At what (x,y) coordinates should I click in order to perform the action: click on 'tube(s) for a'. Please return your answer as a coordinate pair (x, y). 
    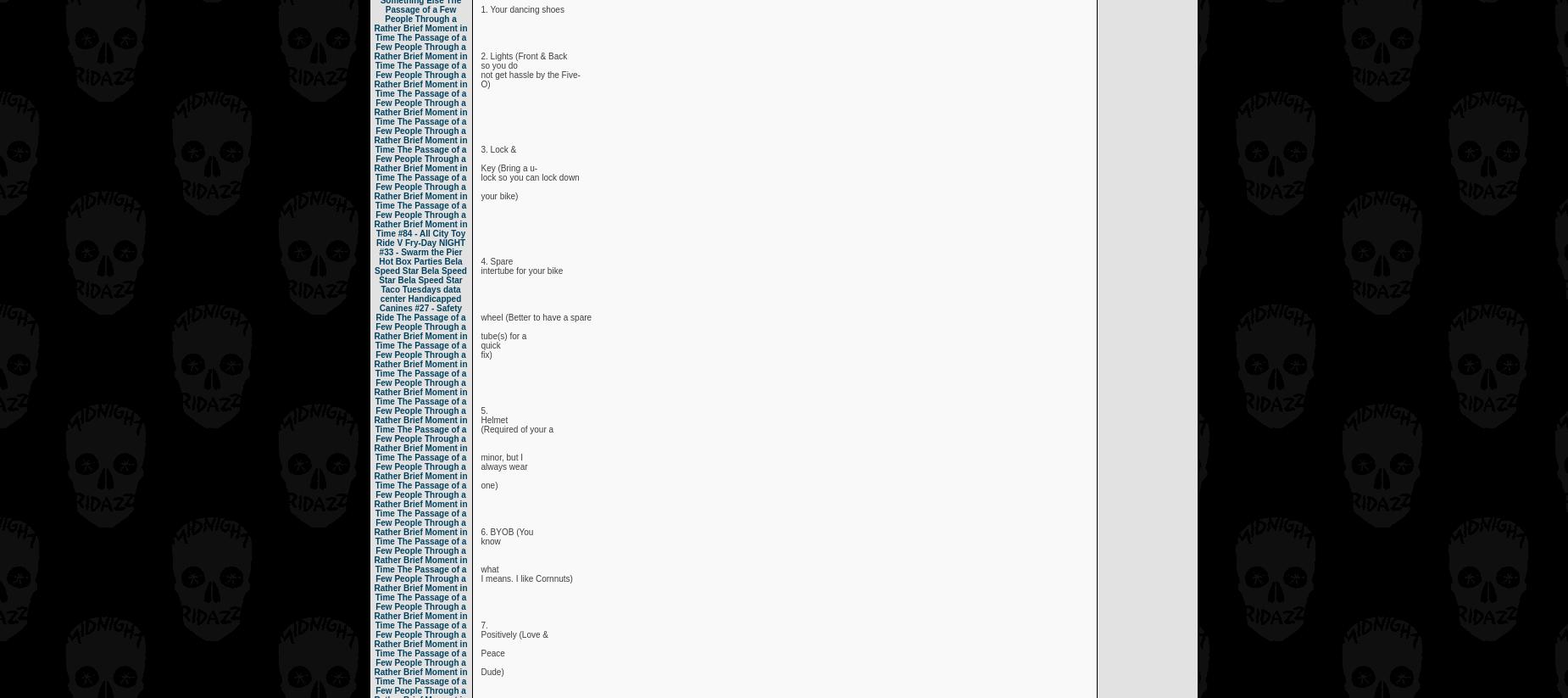
    Looking at the image, I should click on (503, 335).